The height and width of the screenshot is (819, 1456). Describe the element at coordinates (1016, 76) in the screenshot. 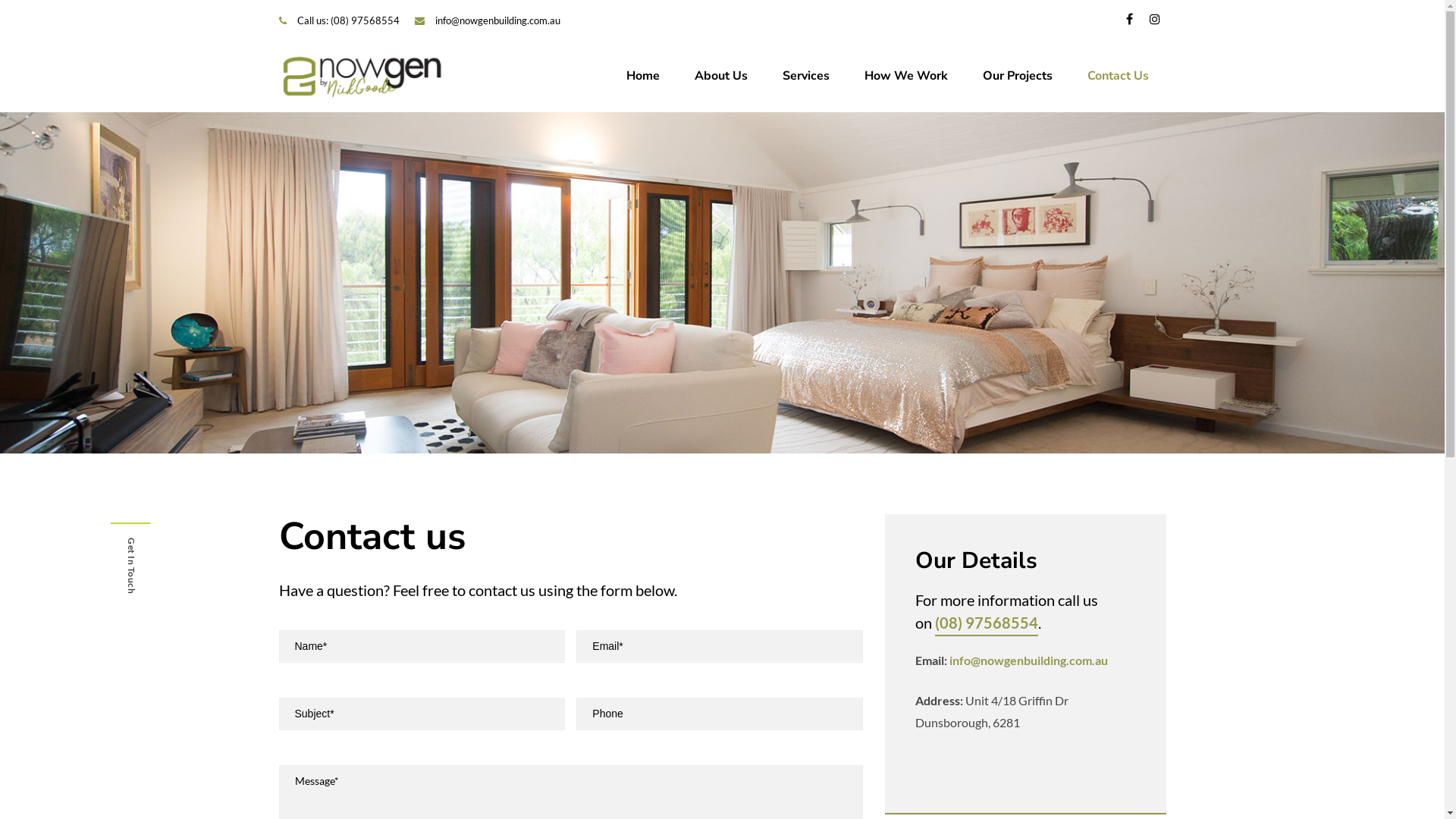

I see `'Our Projects'` at that location.